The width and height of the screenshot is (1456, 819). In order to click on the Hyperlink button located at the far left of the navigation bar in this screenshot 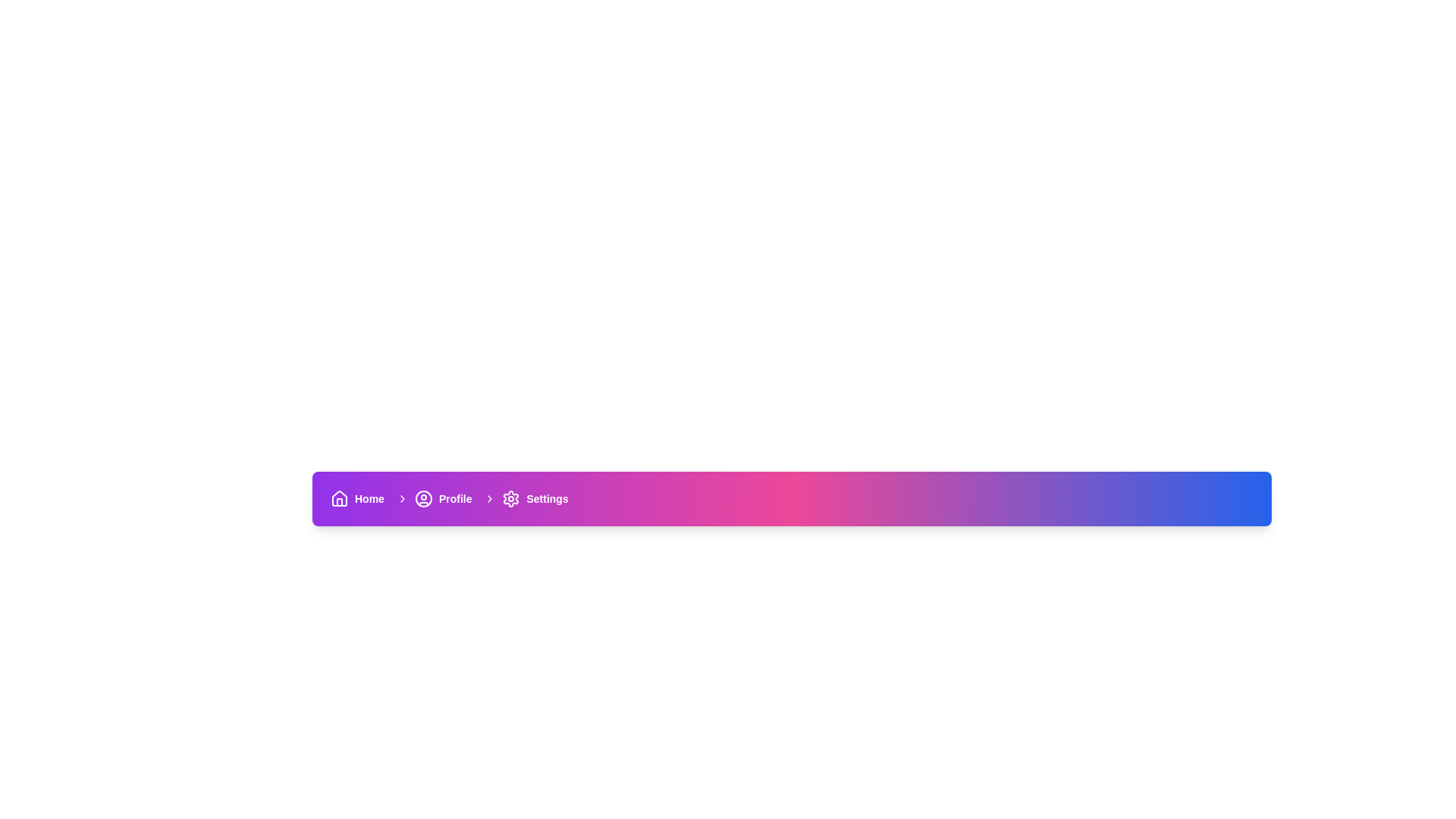, I will do `click(356, 499)`.